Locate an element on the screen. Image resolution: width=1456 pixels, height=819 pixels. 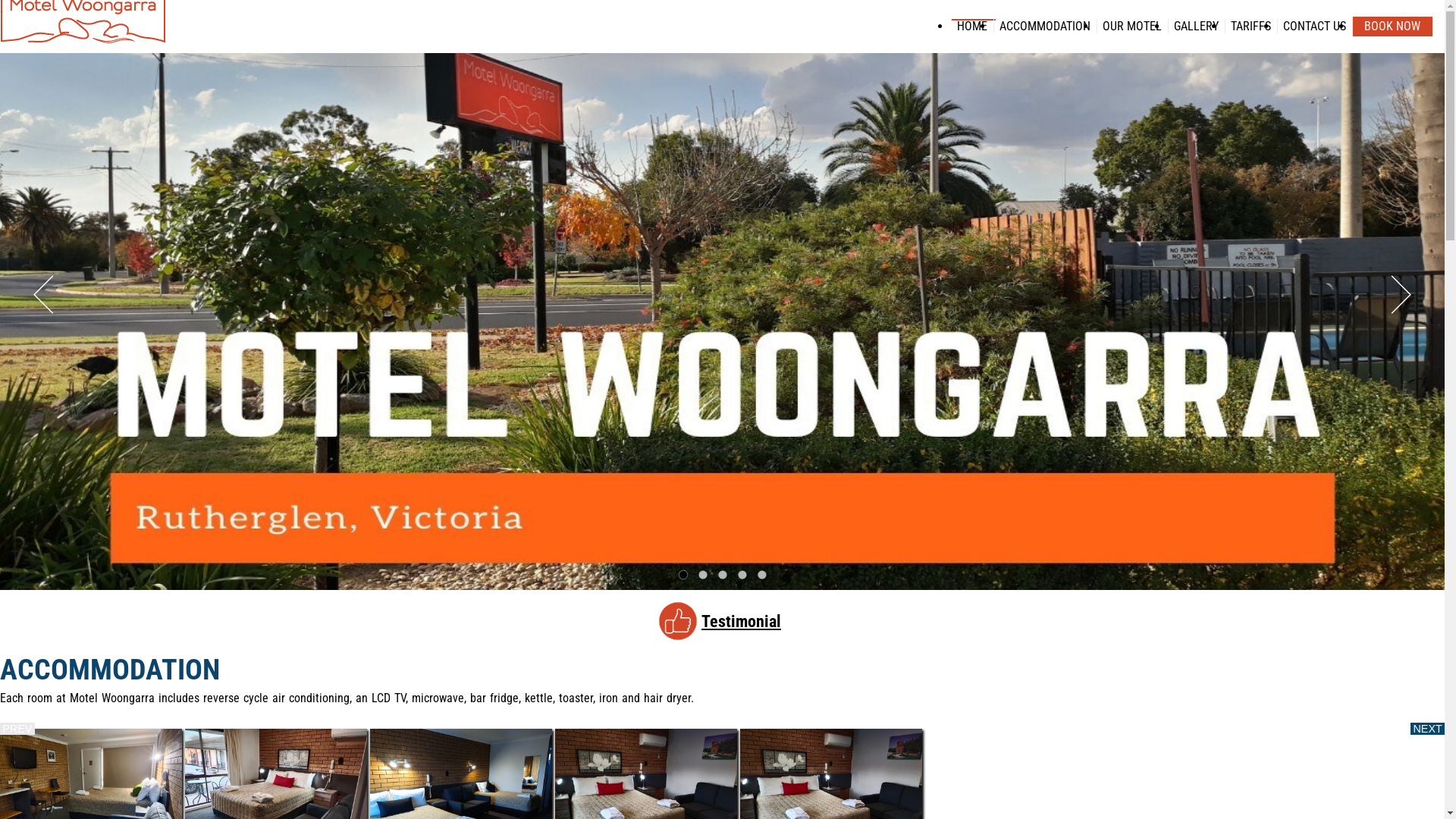
'HOME' is located at coordinates (949, 26).